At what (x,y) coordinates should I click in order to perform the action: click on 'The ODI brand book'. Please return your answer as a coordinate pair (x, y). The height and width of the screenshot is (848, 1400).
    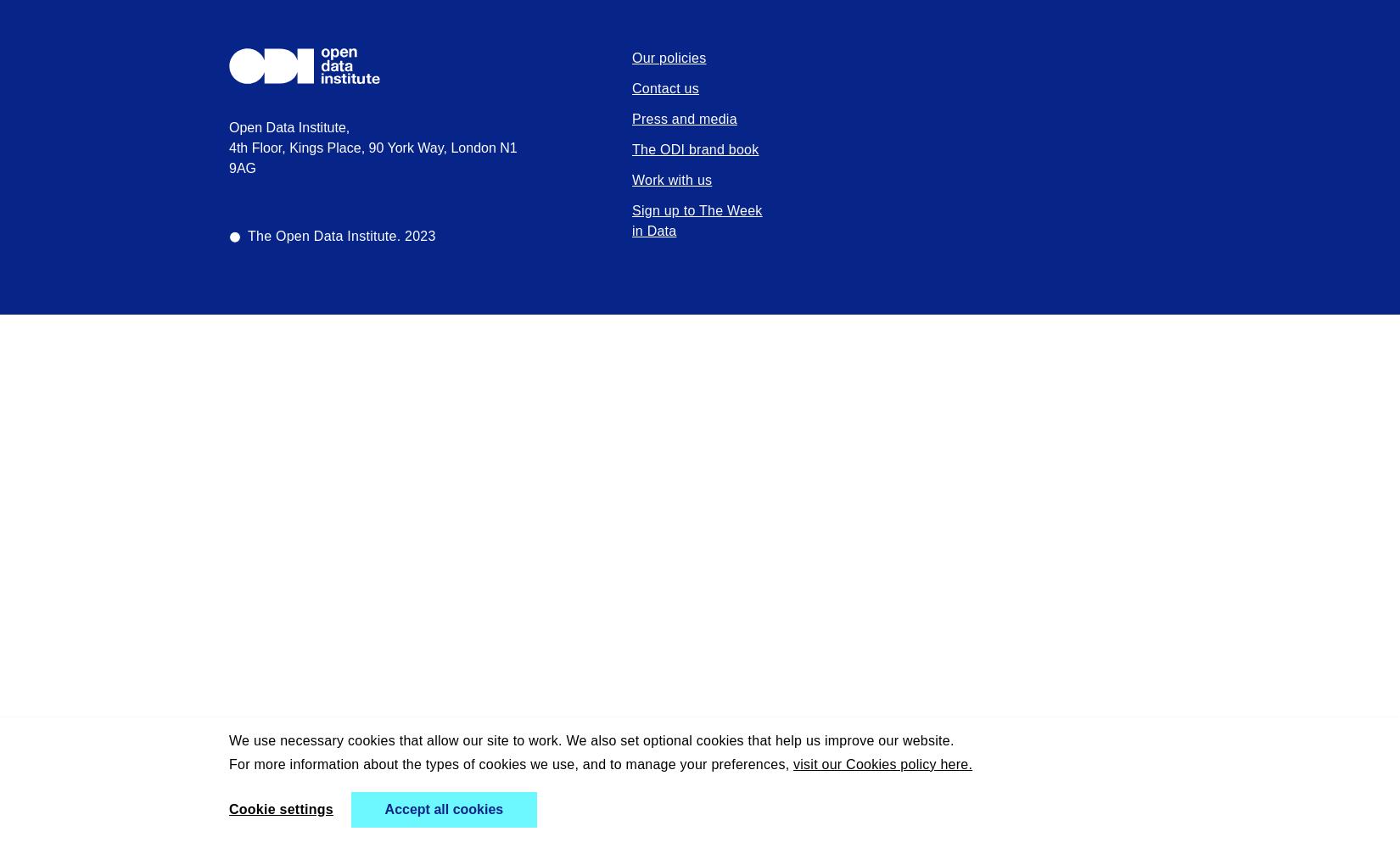
    Looking at the image, I should click on (694, 149).